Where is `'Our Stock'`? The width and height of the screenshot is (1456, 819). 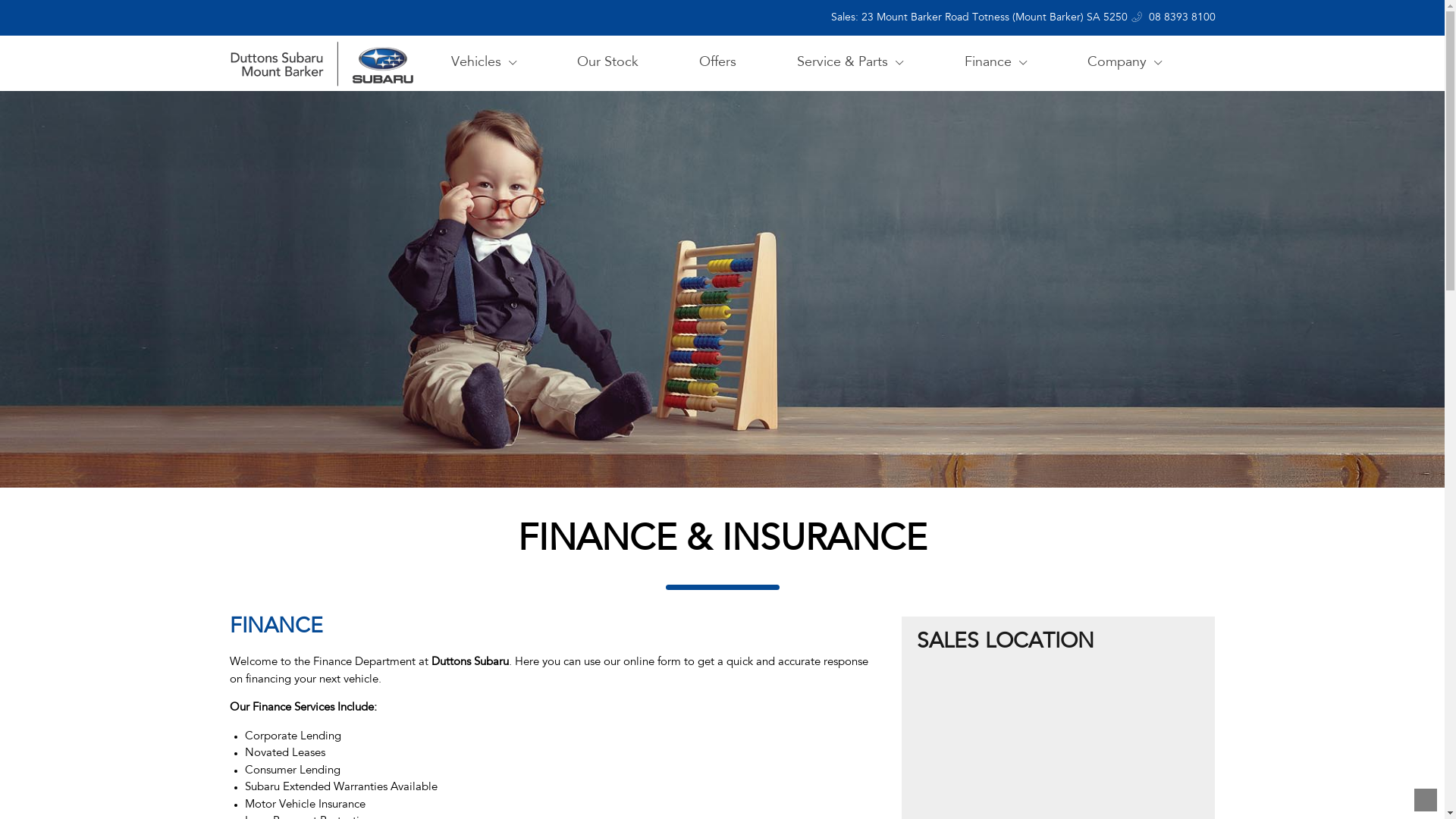 'Our Stock' is located at coordinates (568, 62).